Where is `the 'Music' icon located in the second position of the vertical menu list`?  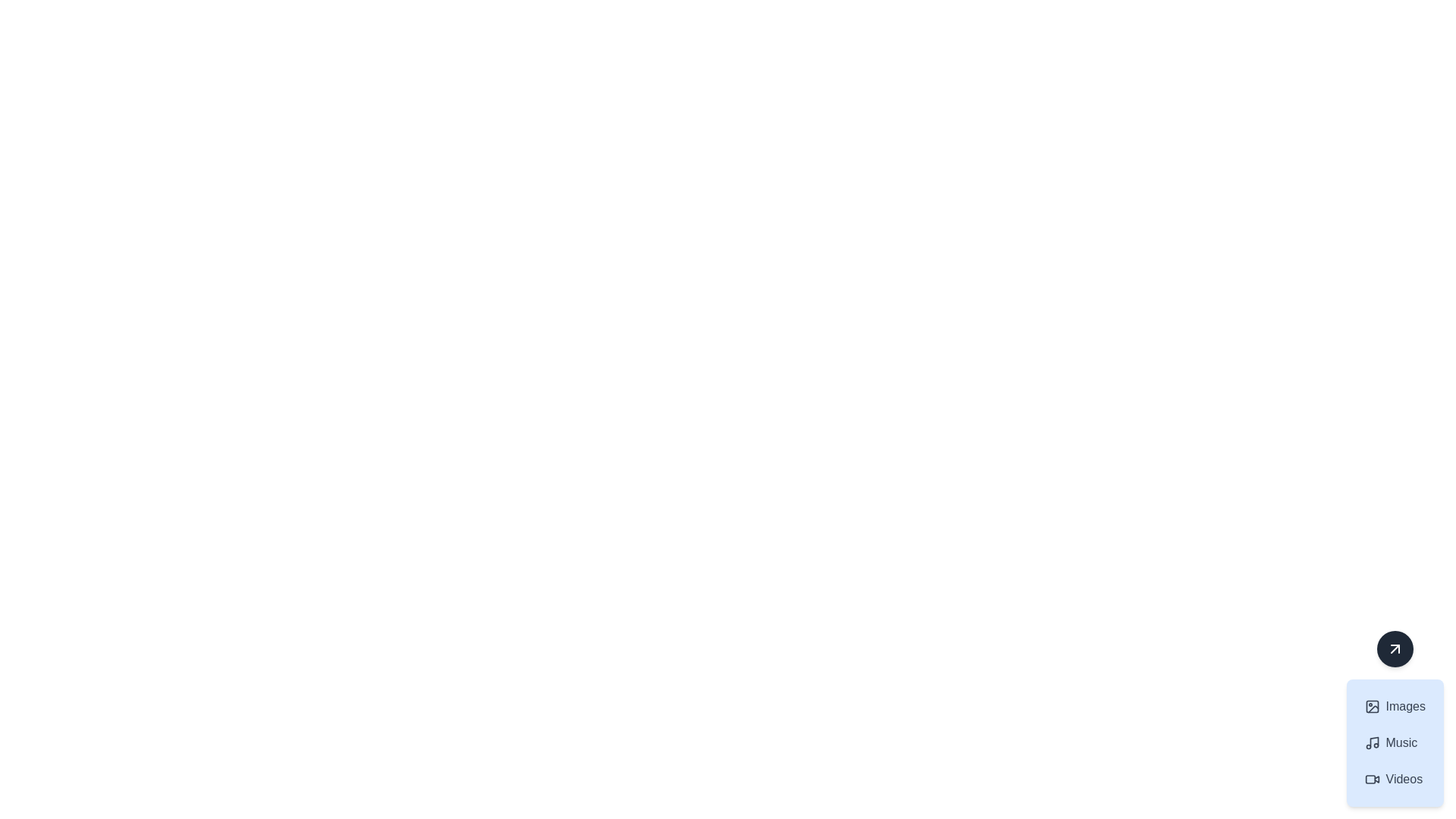 the 'Music' icon located in the second position of the vertical menu list is located at coordinates (1372, 742).